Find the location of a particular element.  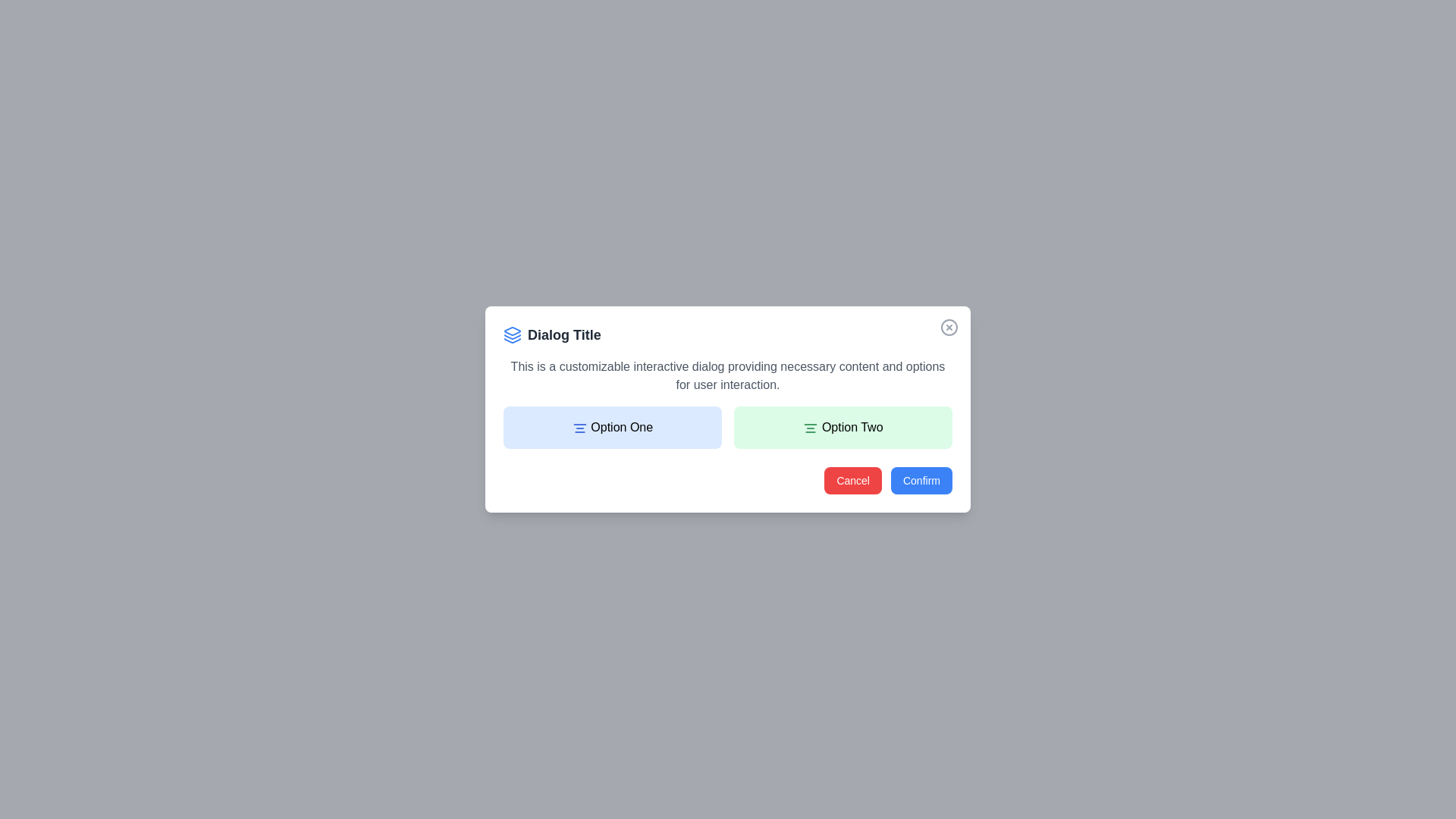

the 'Option One' section is located at coordinates (612, 427).